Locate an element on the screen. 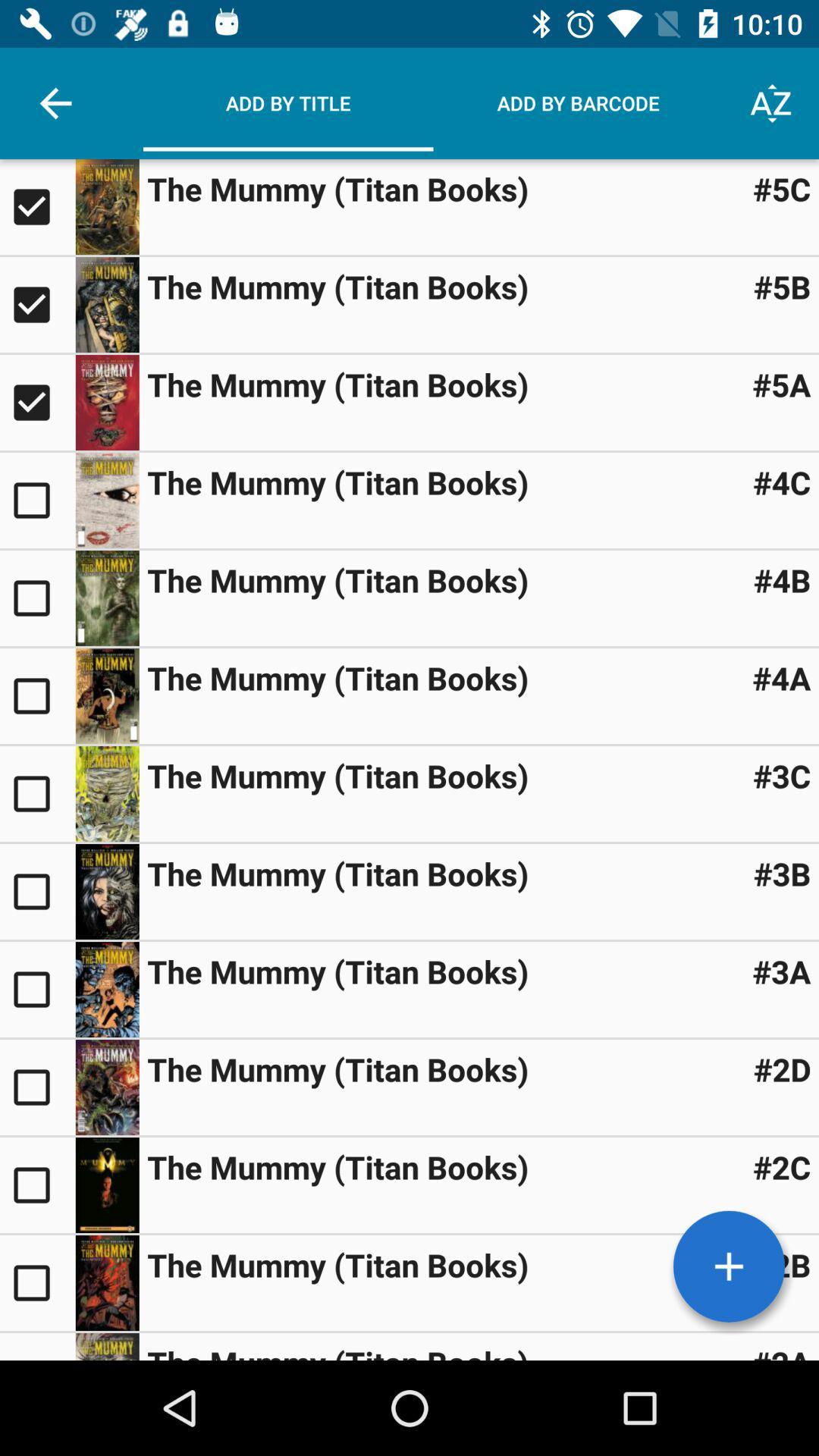 The height and width of the screenshot is (1456, 819). book information is located at coordinates (106, 1347).